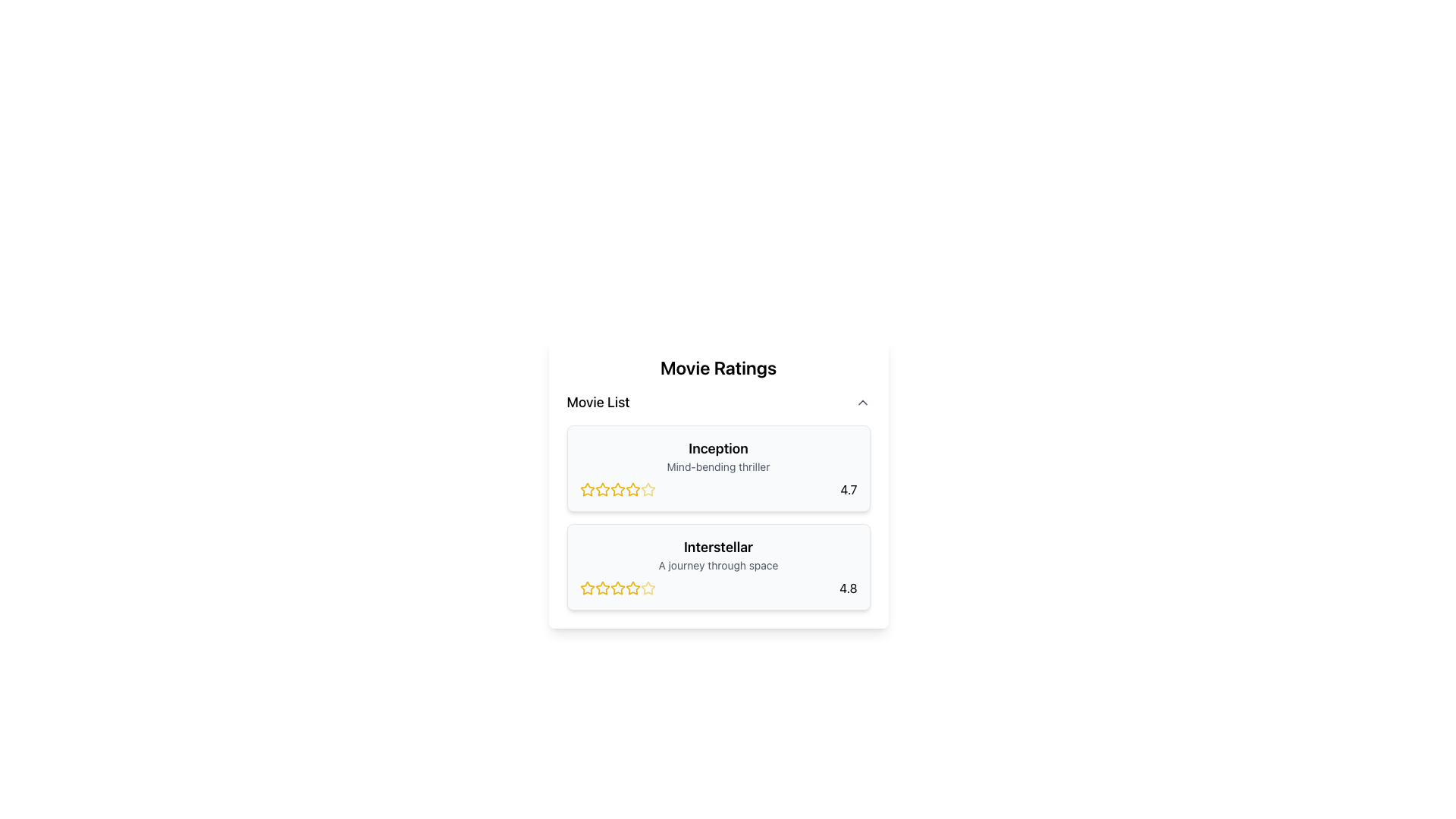 The image size is (1456, 819). I want to click on the fourth star in the 5-star rating system for the movie 'Inception', so click(648, 489).